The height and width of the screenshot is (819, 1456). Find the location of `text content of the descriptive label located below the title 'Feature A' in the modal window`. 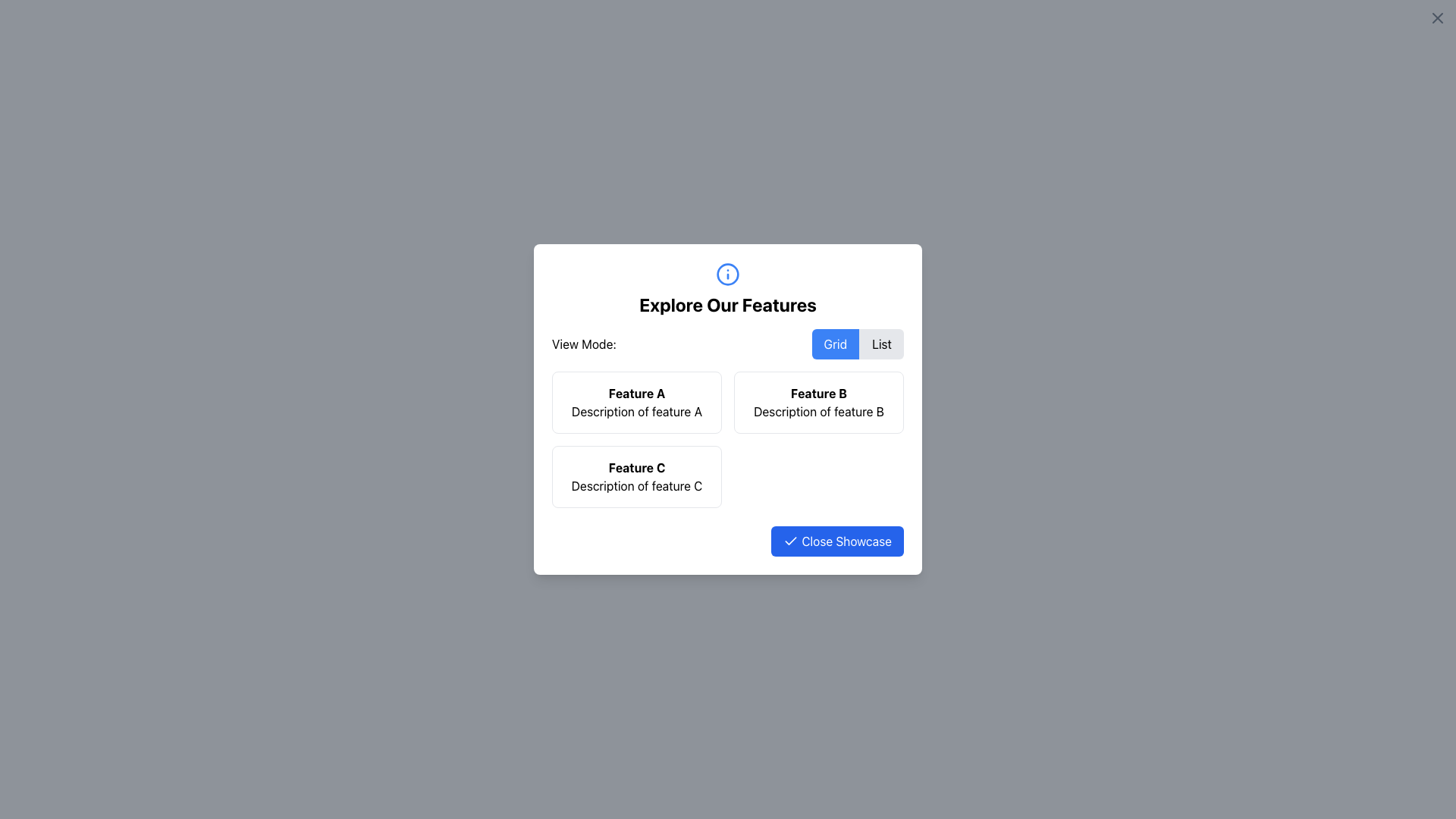

text content of the descriptive label located below the title 'Feature A' in the modal window is located at coordinates (637, 412).